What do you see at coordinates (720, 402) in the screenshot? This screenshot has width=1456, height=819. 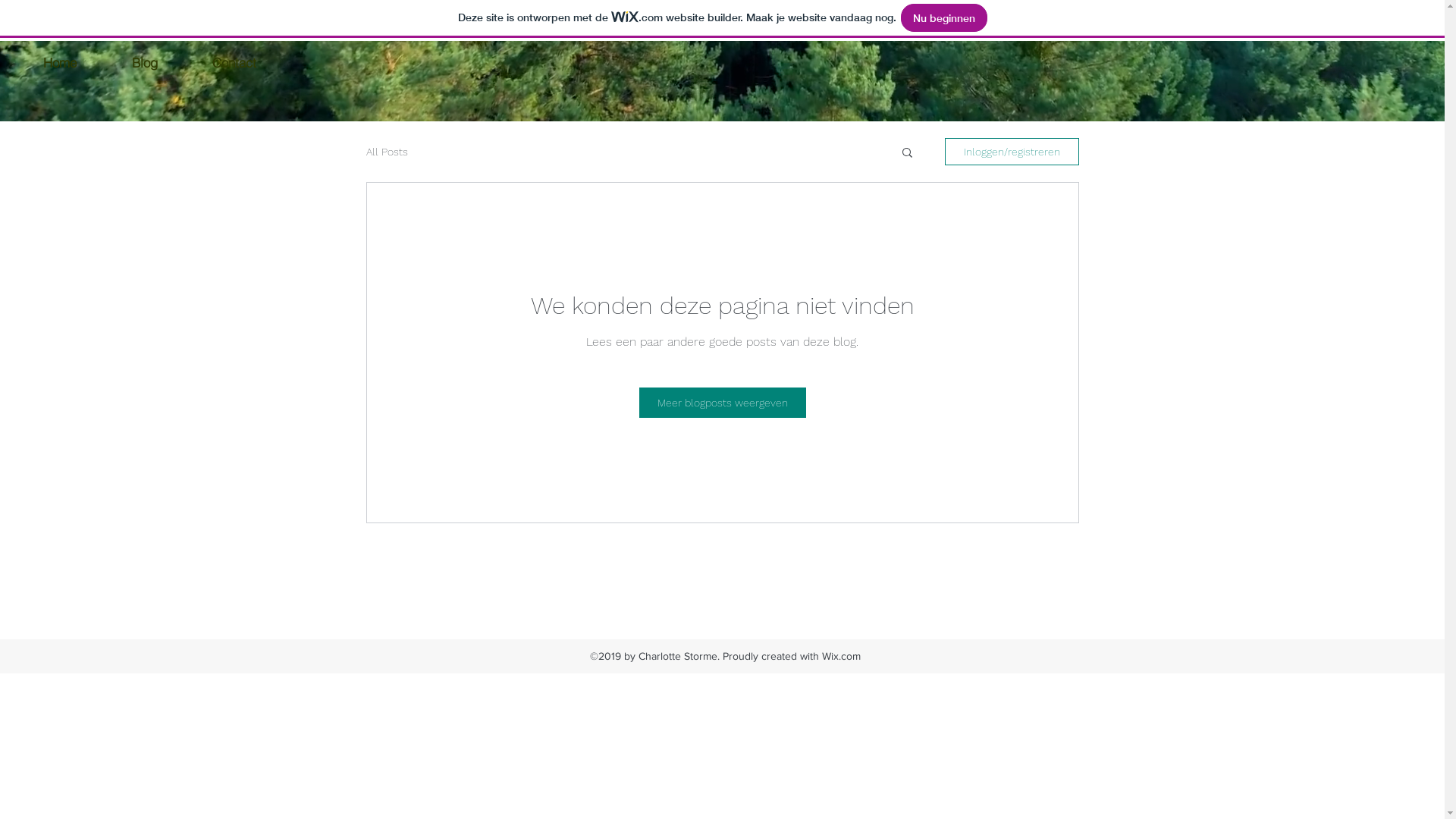 I see `'Meer blogposts weergeven'` at bounding box center [720, 402].